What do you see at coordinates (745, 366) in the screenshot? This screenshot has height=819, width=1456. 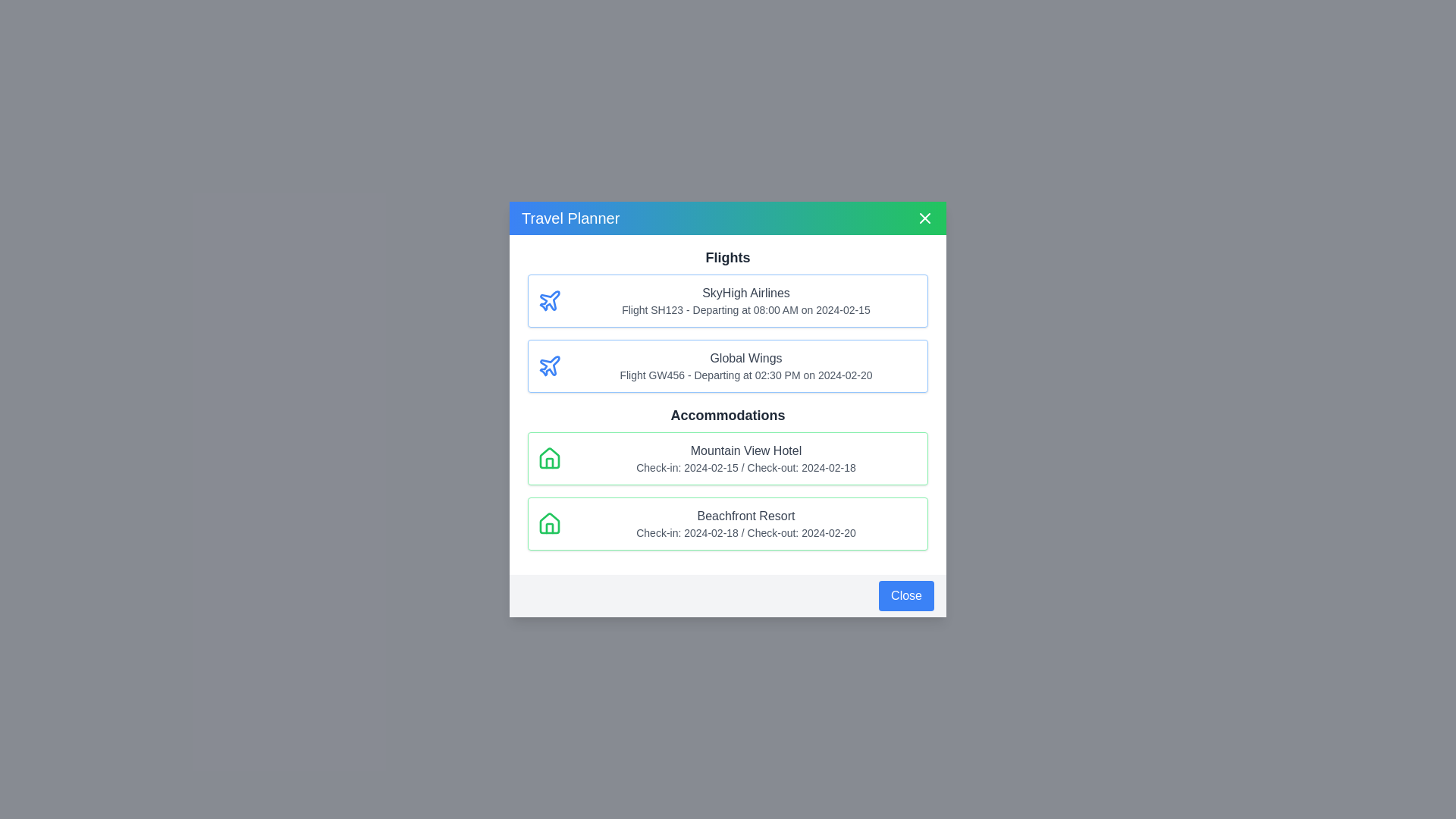 I see `the Text information component that provides flight details, located second in the vertical stack within the 'Flights' section of the 'Travel Planner' interface` at bounding box center [745, 366].